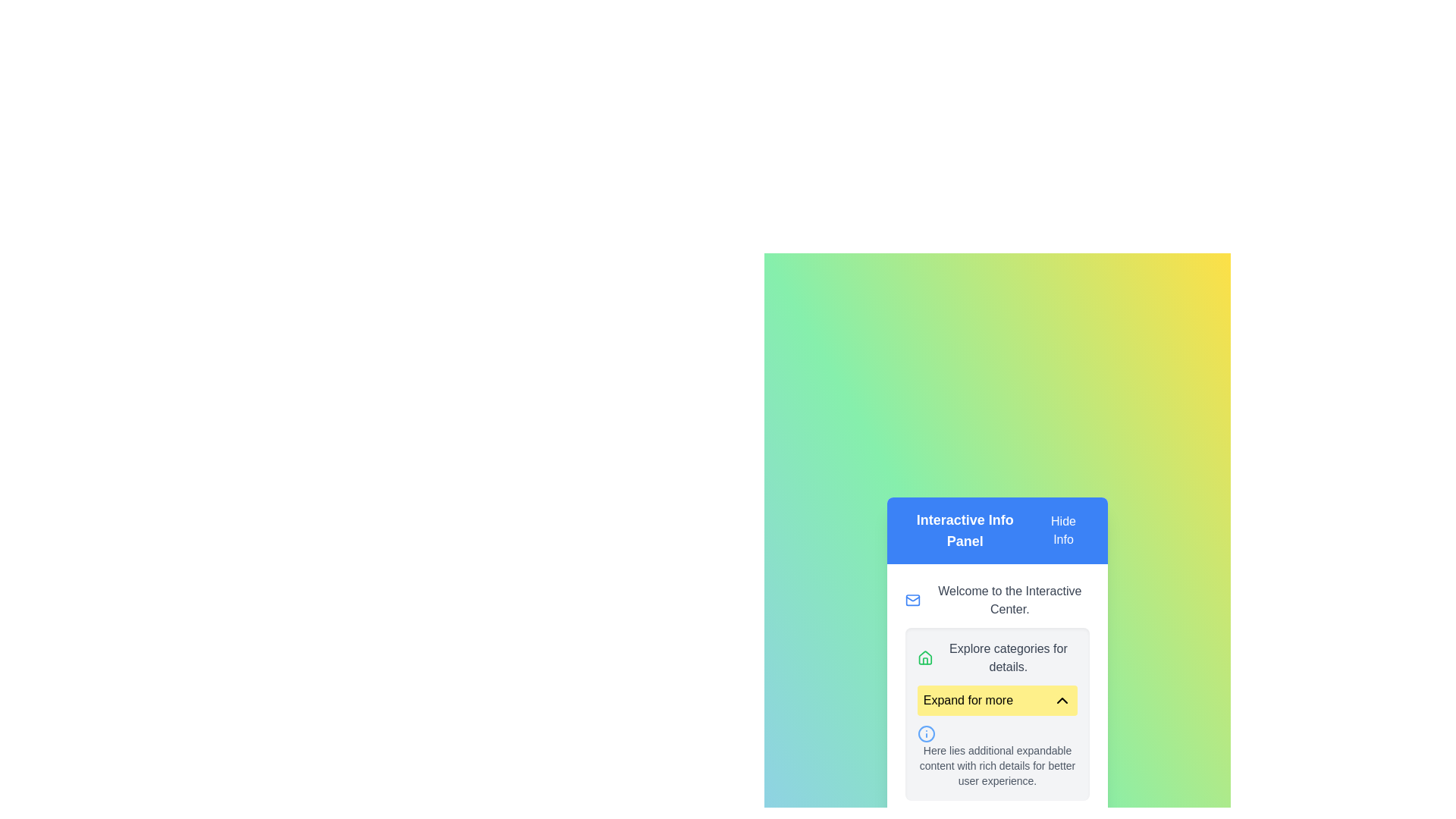 The image size is (1456, 819). I want to click on the circular SVG element that serves as the 'info' or 'help' icon located at the bottom of the interactive panel interface, underneath the 'Expand for more' button, so click(925, 733).